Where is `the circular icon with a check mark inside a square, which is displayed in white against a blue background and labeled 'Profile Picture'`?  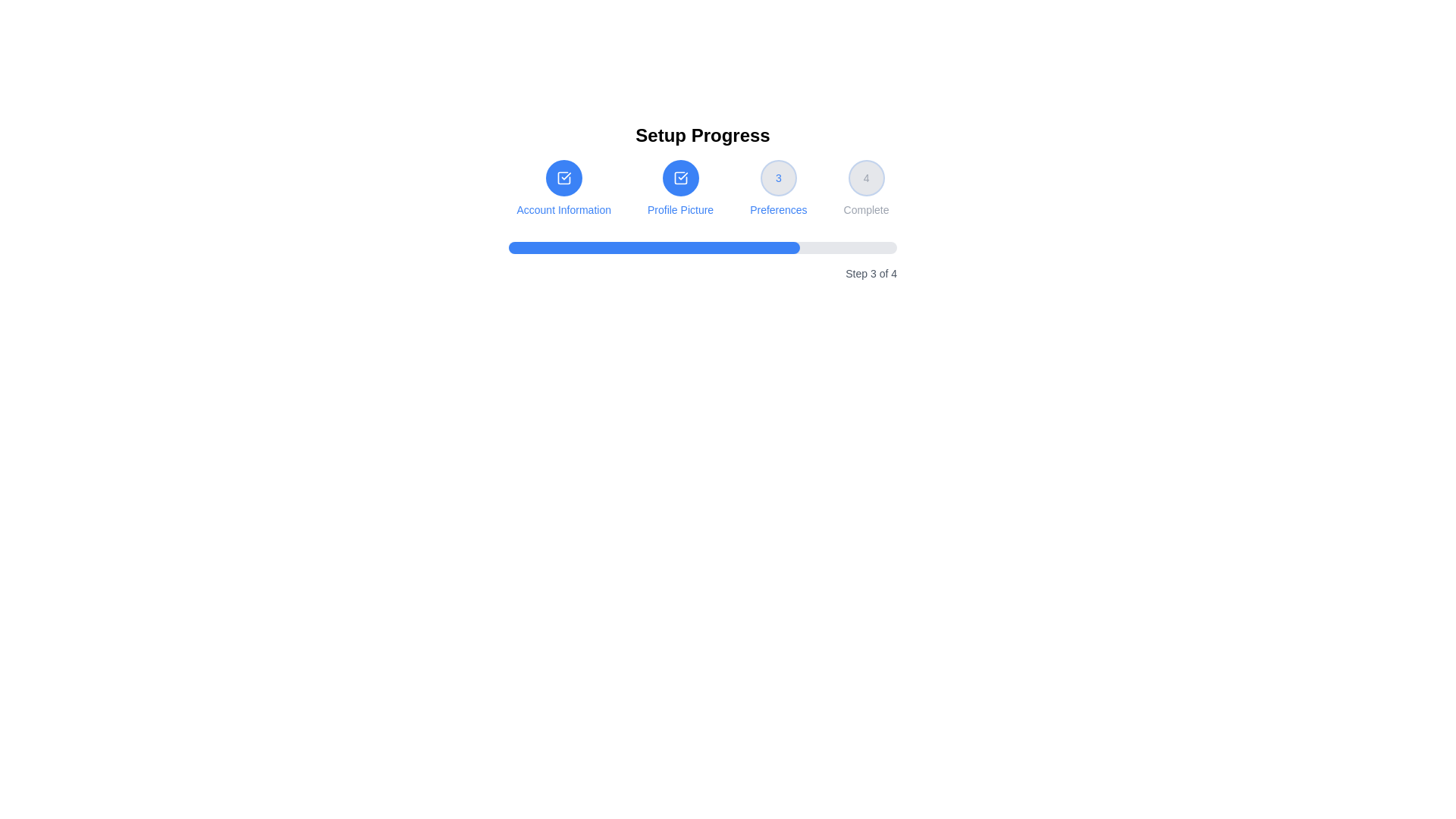 the circular icon with a check mark inside a square, which is displayed in white against a blue background and labeled 'Profile Picture' is located at coordinates (679, 188).